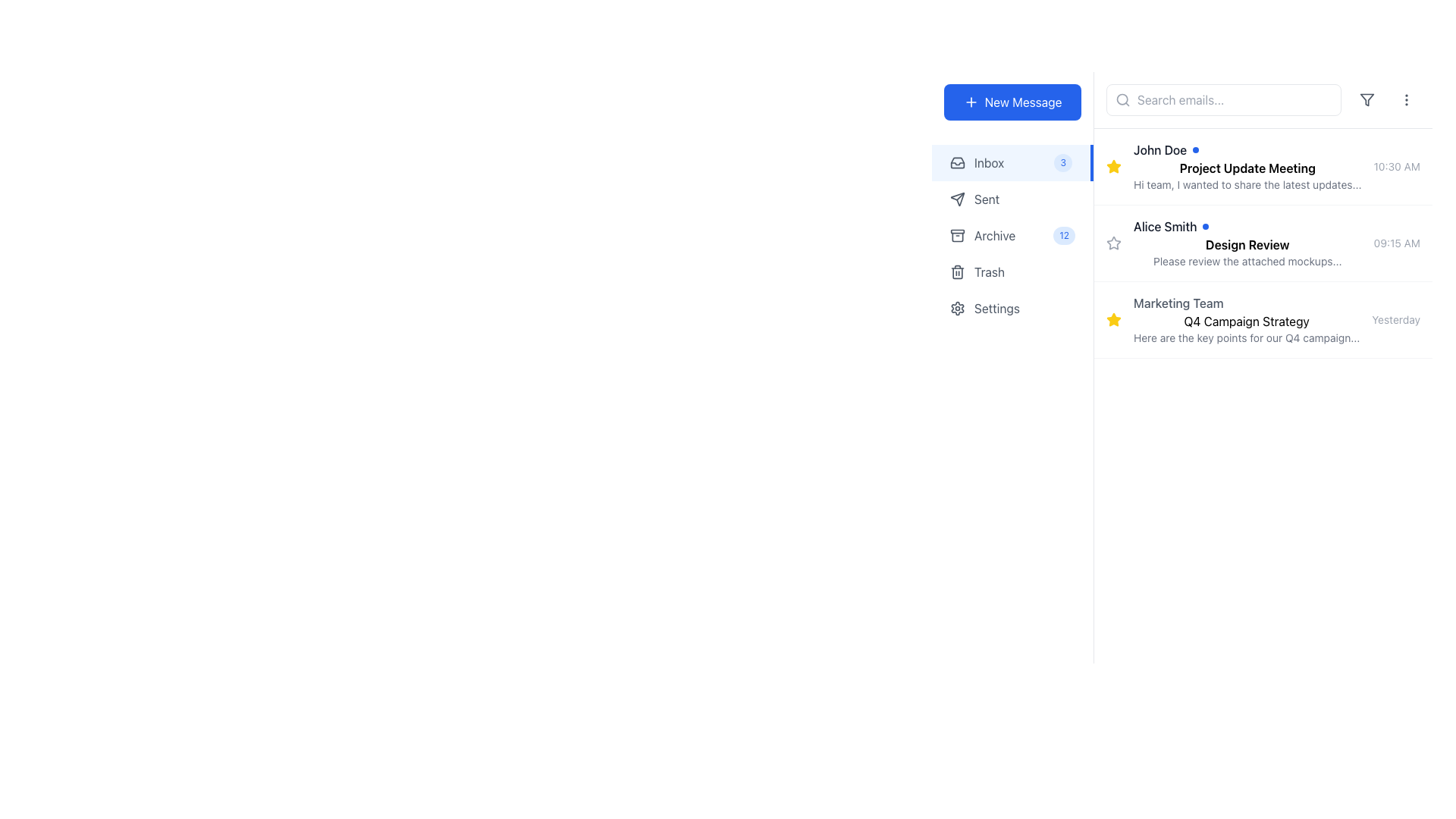 The height and width of the screenshot is (819, 1456). Describe the element at coordinates (1012, 163) in the screenshot. I see `the first item in the vertical list within the side menu` at that location.